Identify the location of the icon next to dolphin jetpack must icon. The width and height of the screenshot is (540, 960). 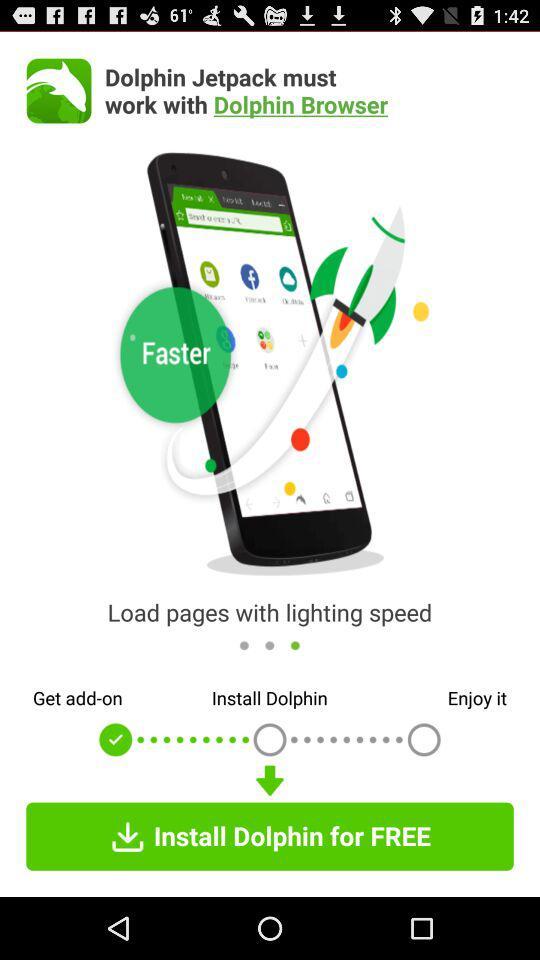
(59, 90).